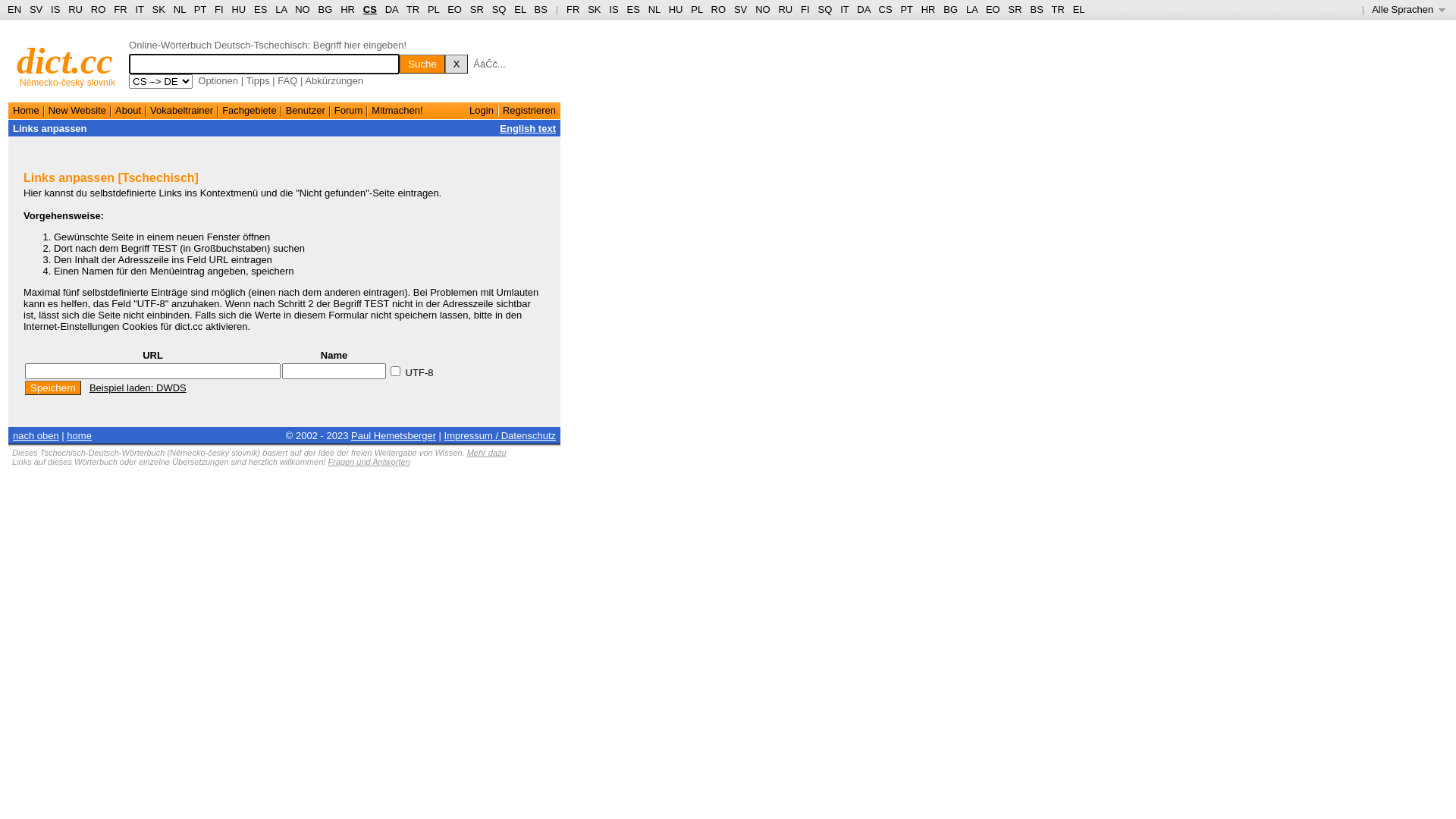  Describe the element at coordinates (26, 109) in the screenshot. I see `'Home'` at that location.